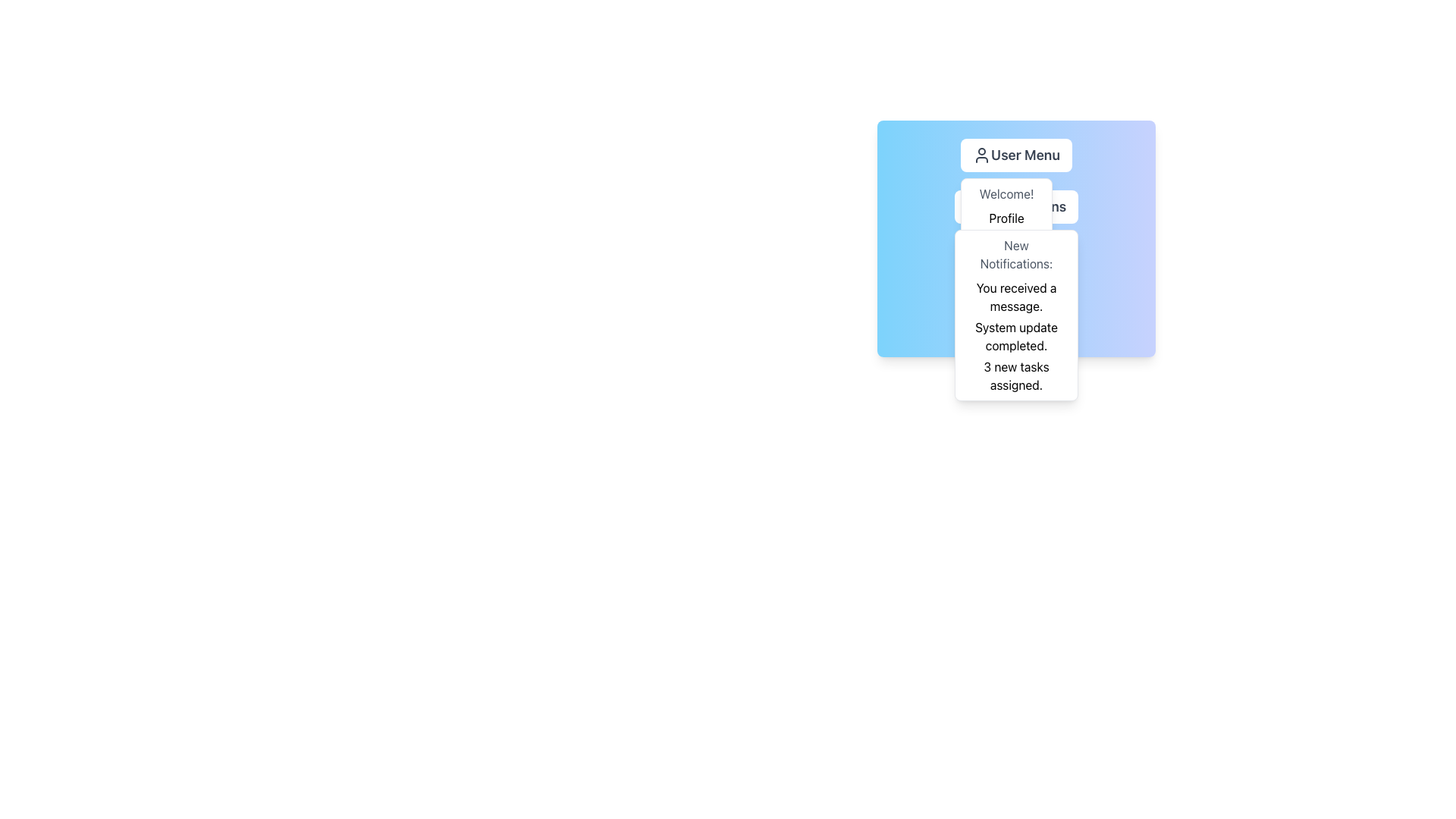 The image size is (1456, 819). What do you see at coordinates (1006, 193) in the screenshot?
I see `the 'Welcome!' text label in the dropdown menu located beneath the 'User Menu' button in the top-right corner of the interface` at bounding box center [1006, 193].